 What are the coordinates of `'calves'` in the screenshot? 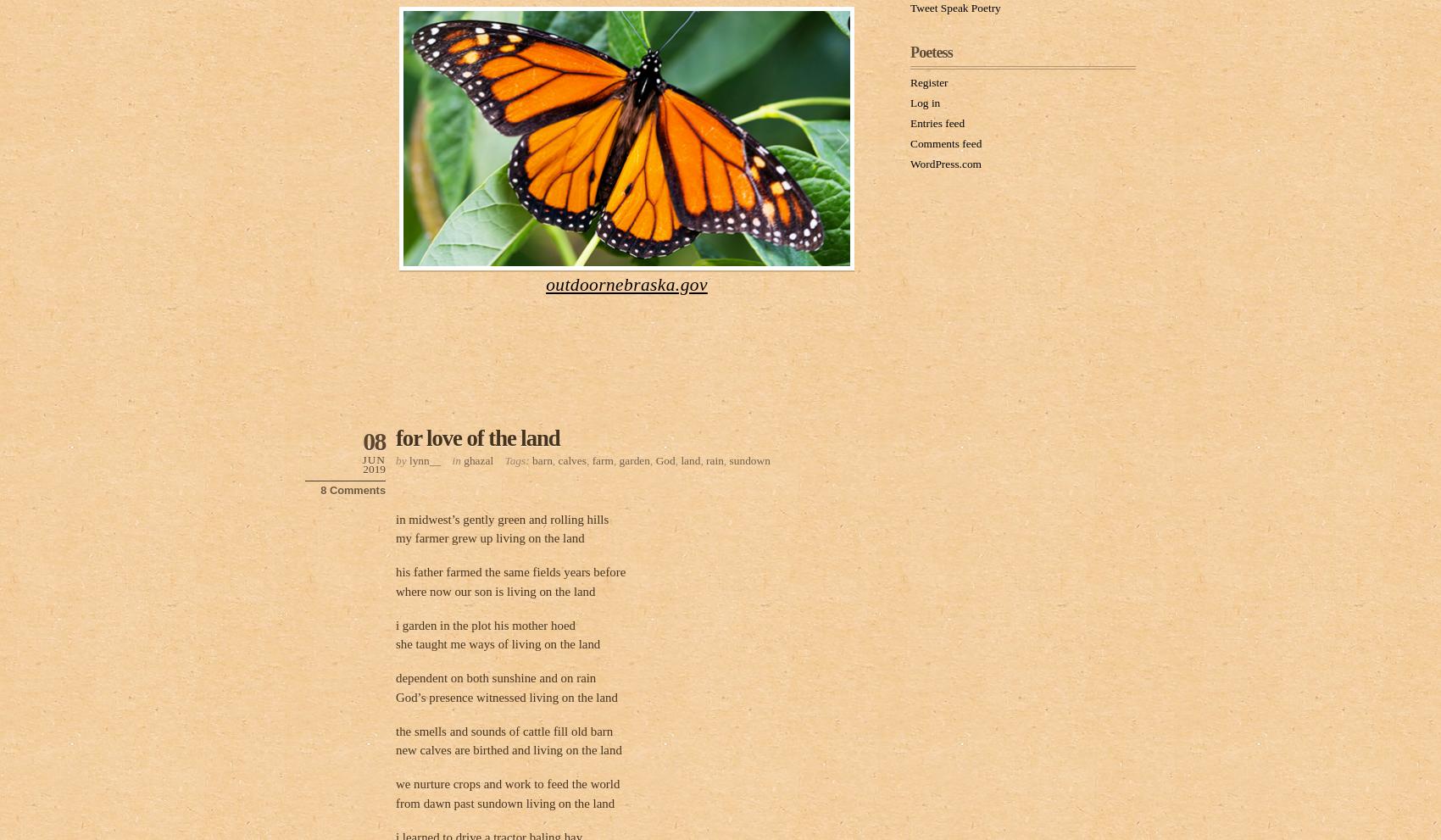 It's located at (571, 459).